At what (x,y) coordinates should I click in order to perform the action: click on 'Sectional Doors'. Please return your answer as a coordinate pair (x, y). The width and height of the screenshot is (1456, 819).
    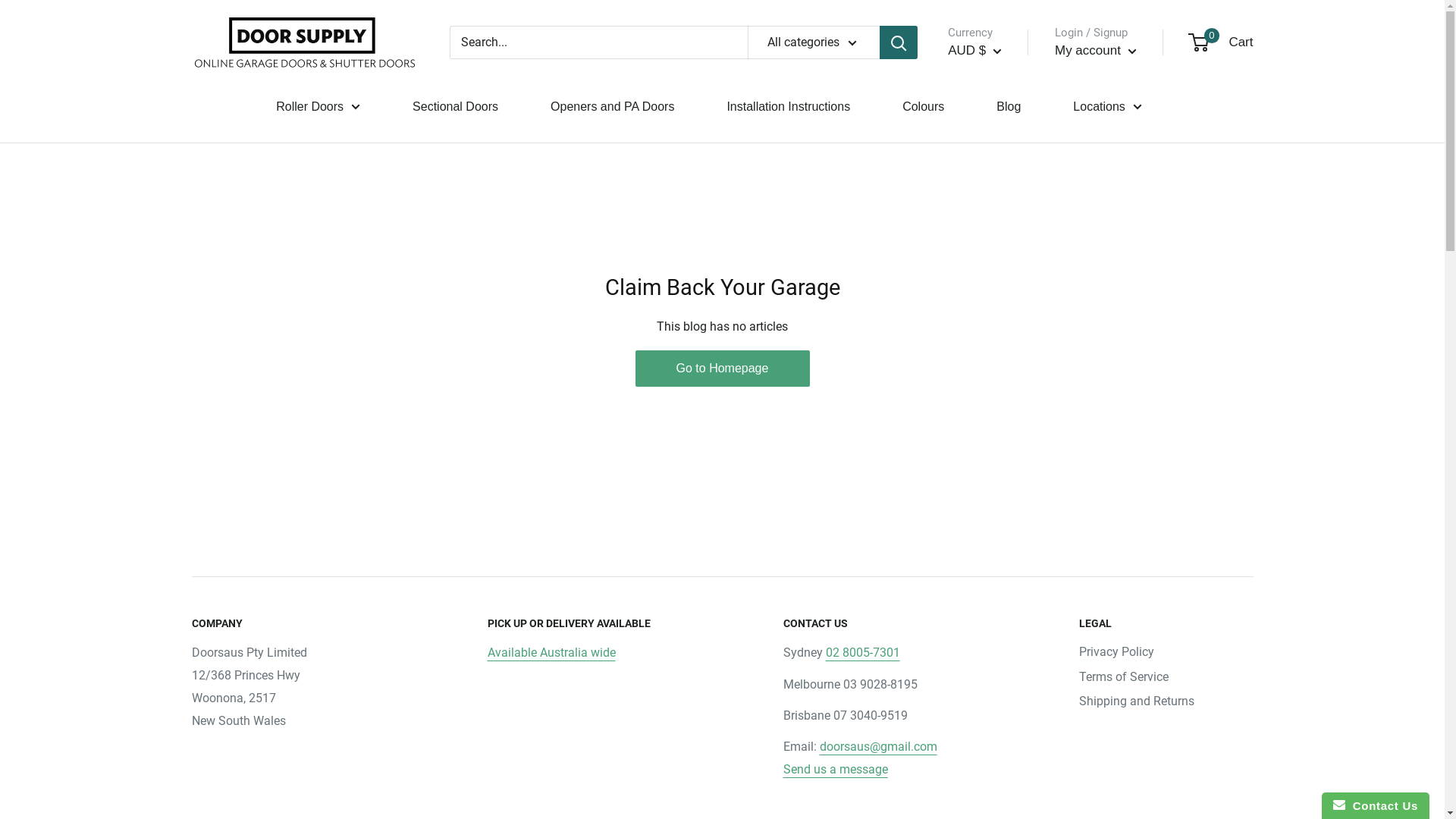
    Looking at the image, I should click on (454, 106).